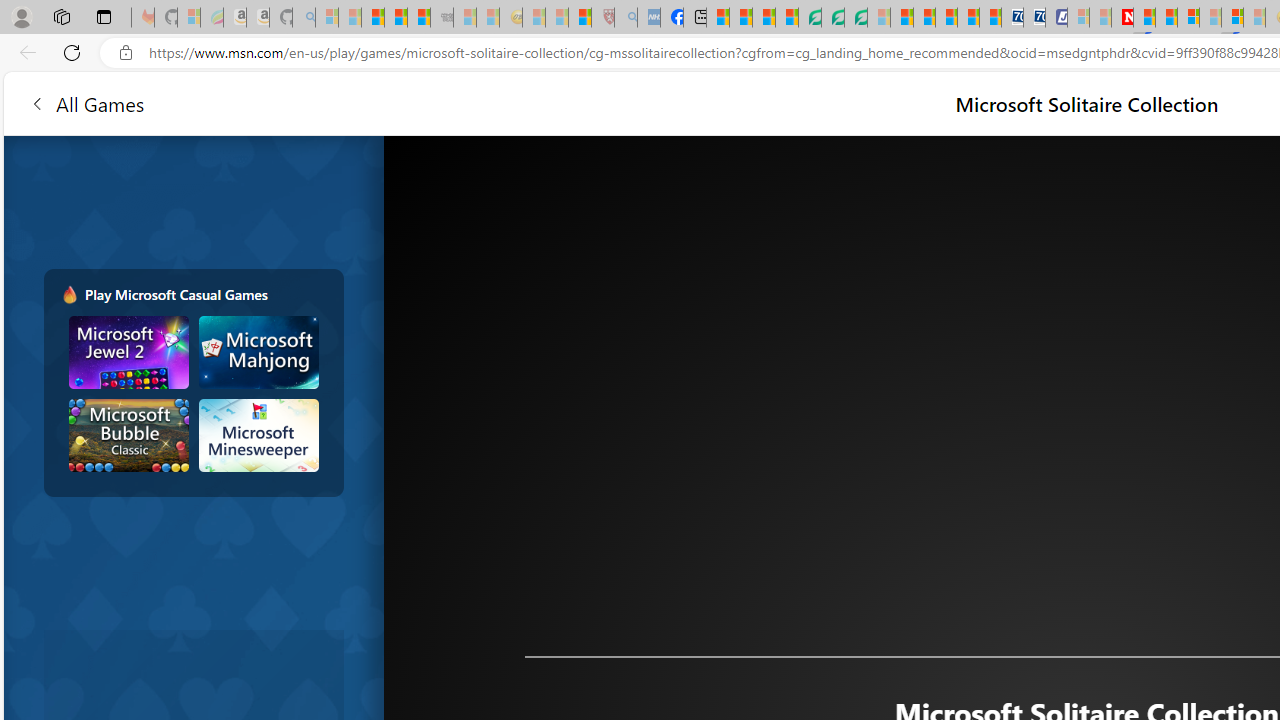  Describe the element at coordinates (832, 17) in the screenshot. I see `'Terms of Use Agreement'` at that location.